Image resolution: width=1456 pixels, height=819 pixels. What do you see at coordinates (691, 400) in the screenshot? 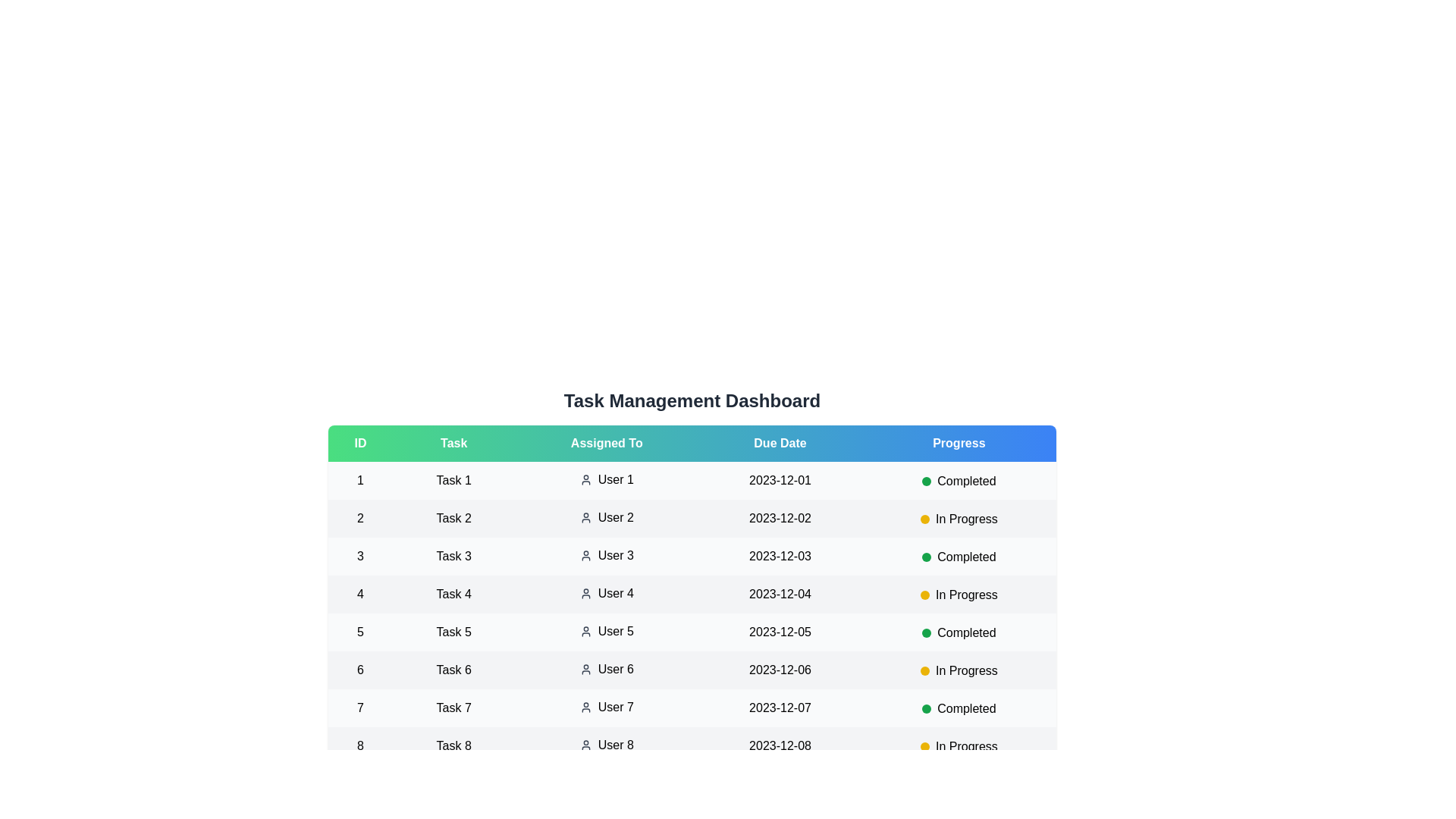
I see `the header text labeled 'Task Management Dashboard'` at bounding box center [691, 400].